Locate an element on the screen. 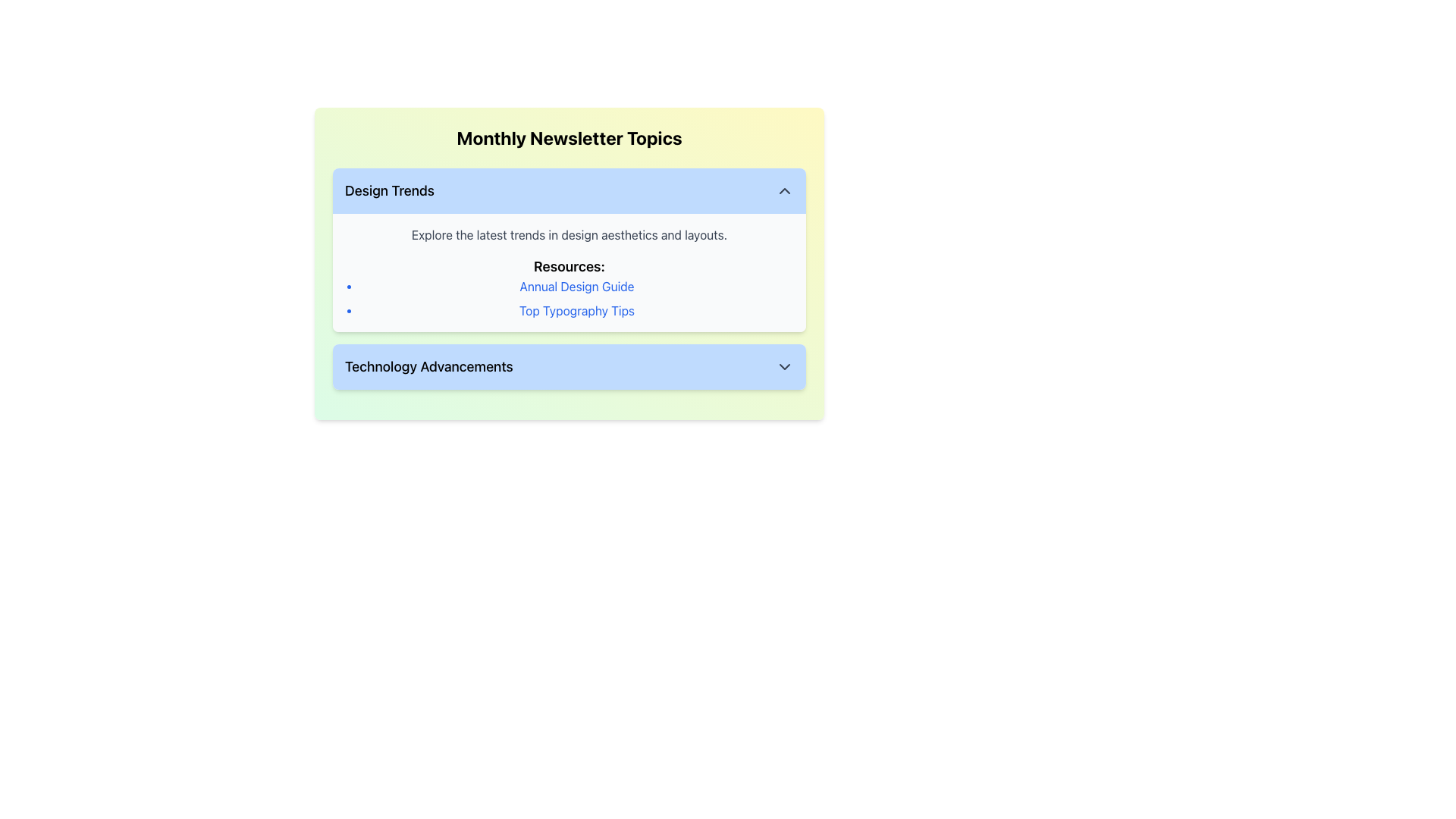 This screenshot has height=819, width=1456. the arrow icon button located on the top-right corner of the blue-colored bar in the 'Design Trends' section is located at coordinates (785, 190).